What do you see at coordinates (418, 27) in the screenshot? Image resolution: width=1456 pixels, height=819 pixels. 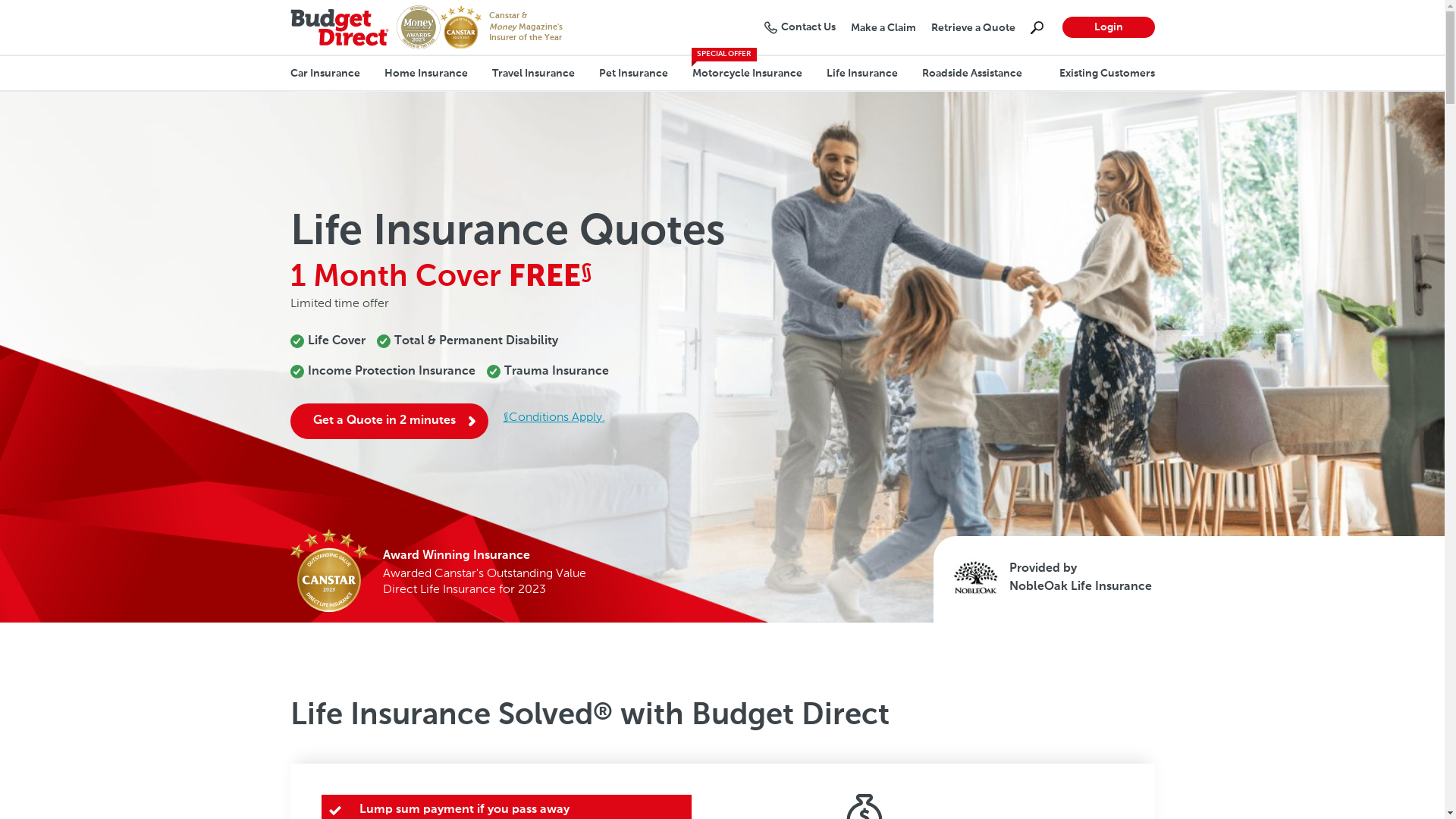 I see `'Money Magazine's Insurer of the Year 2023'` at bounding box center [418, 27].